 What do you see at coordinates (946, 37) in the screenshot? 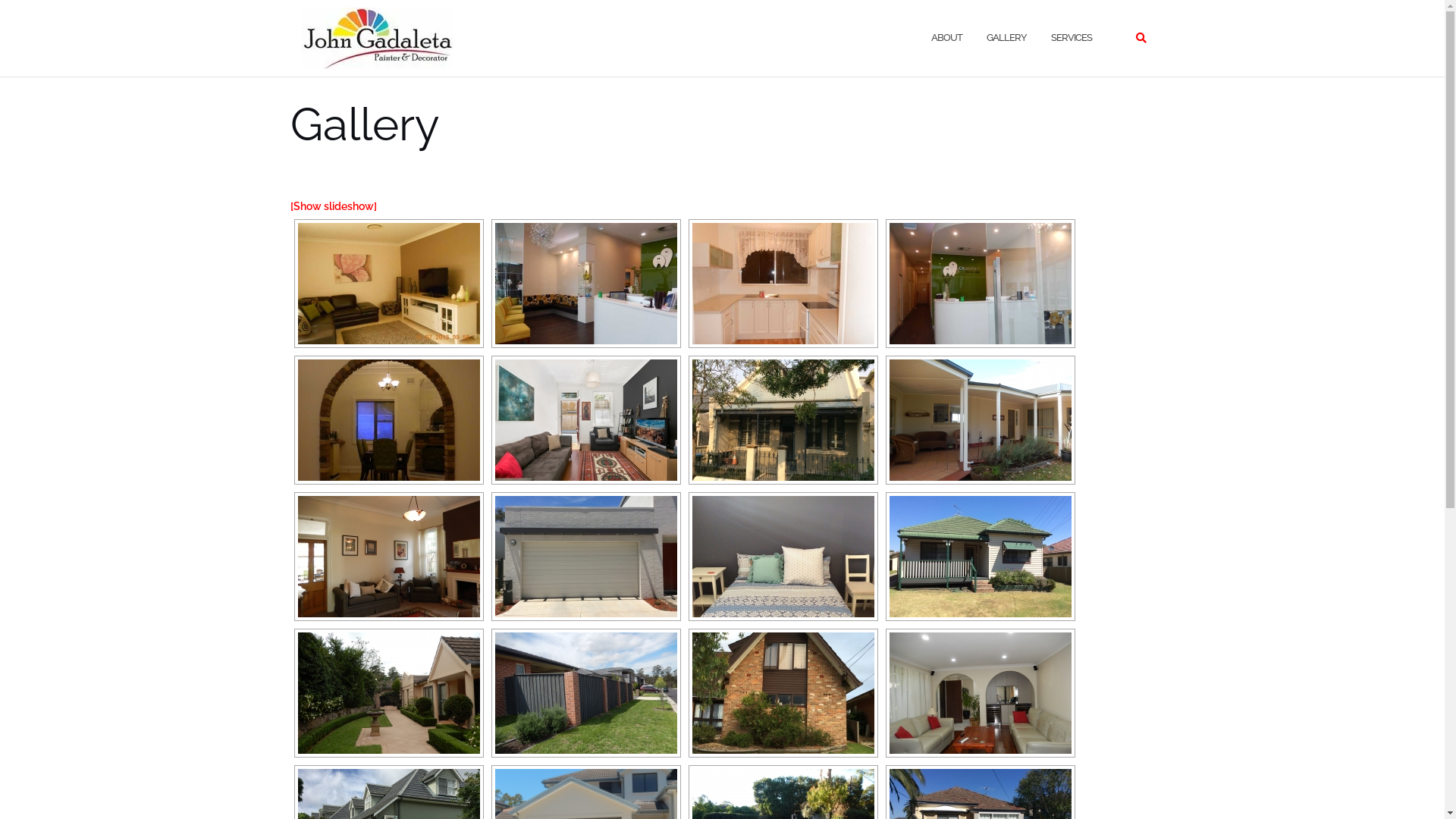
I see `'ABOUT'` at bounding box center [946, 37].